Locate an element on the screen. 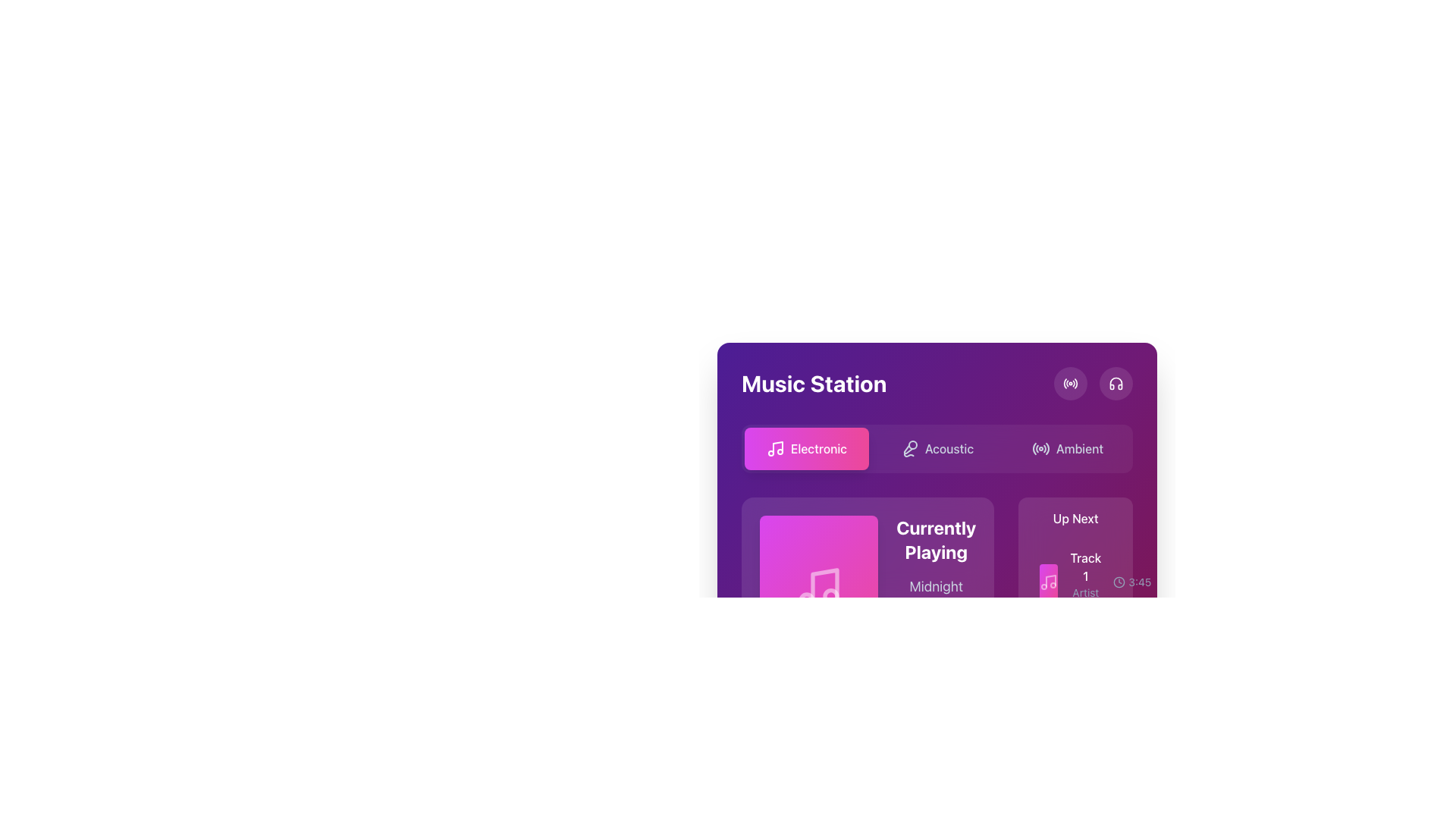  the 'Acoustic' selectable tab button in the horizontal menu is located at coordinates (937, 460).